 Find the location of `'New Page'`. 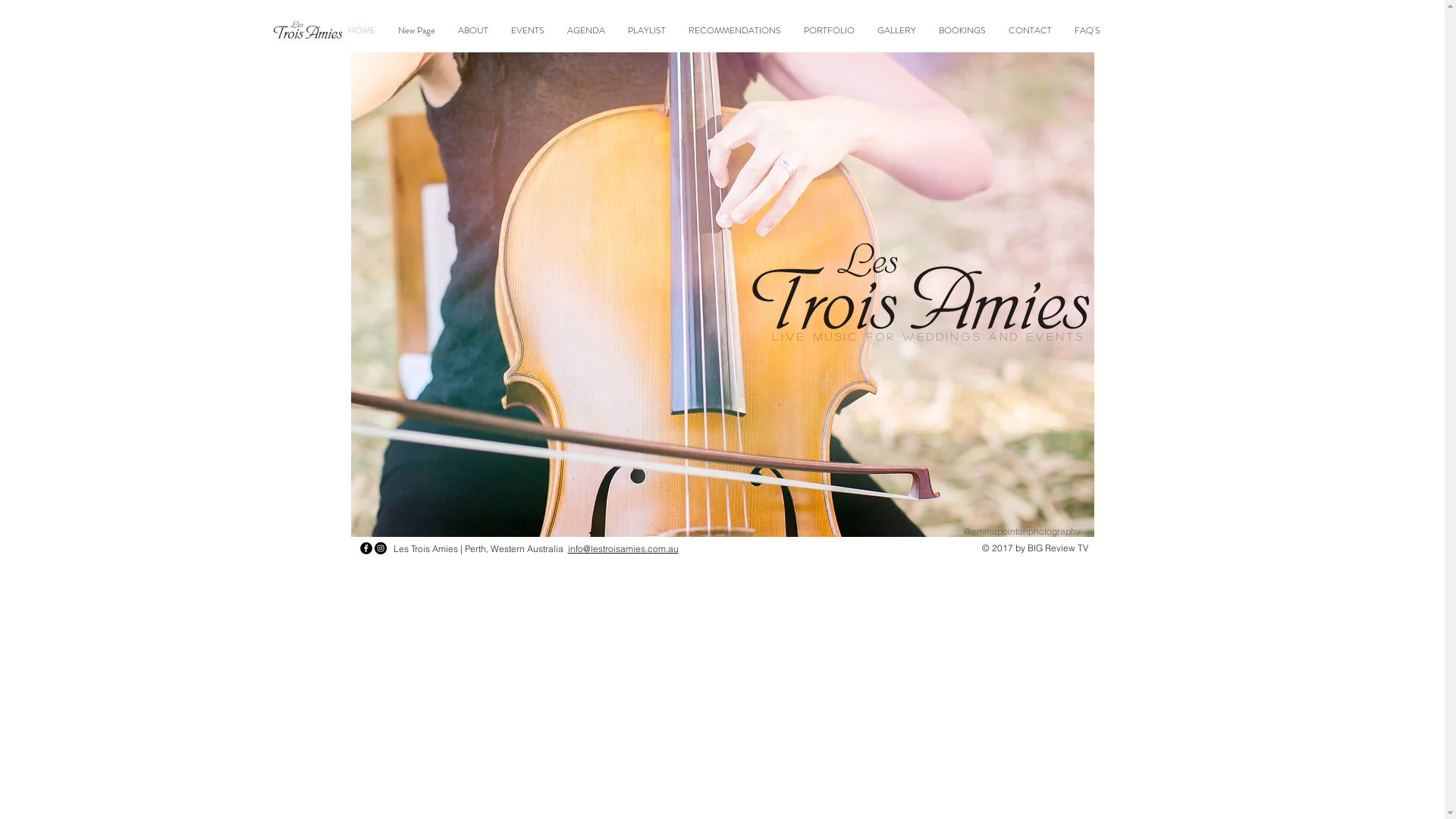

'New Page' is located at coordinates (416, 30).